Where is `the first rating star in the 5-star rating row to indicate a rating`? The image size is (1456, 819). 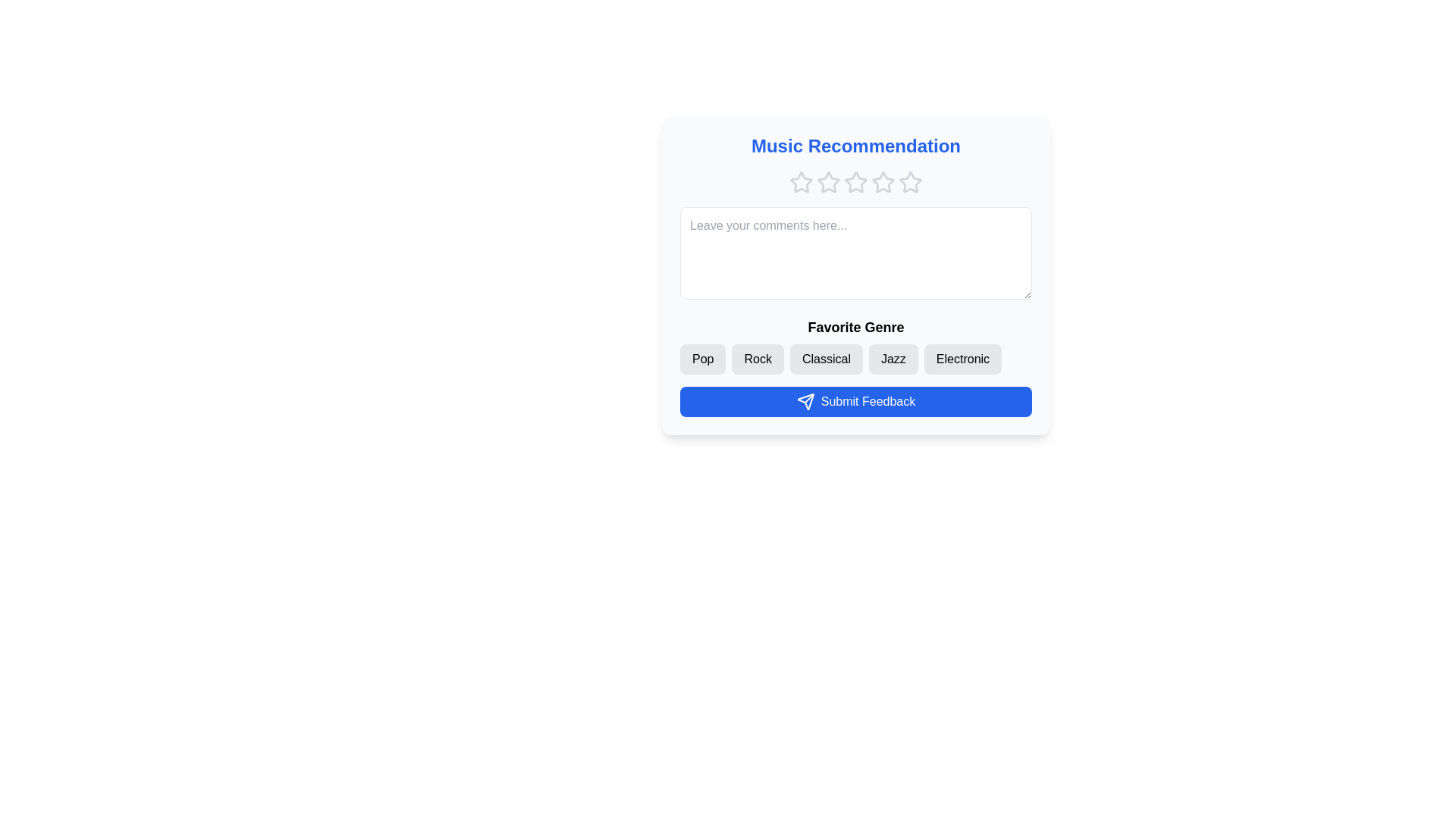 the first rating star in the 5-star rating row to indicate a rating is located at coordinates (800, 181).